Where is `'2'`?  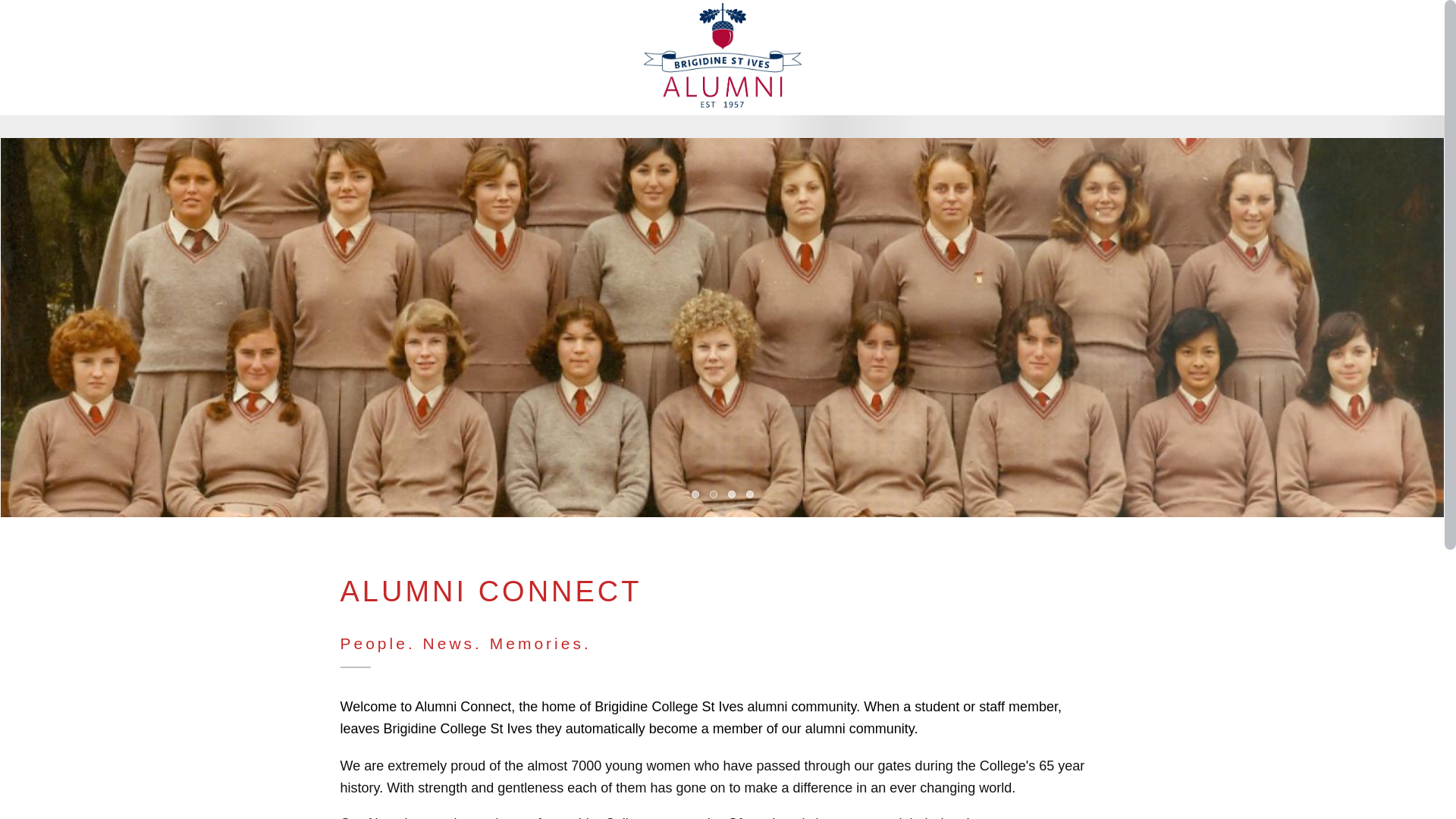
'2' is located at coordinates (712, 494).